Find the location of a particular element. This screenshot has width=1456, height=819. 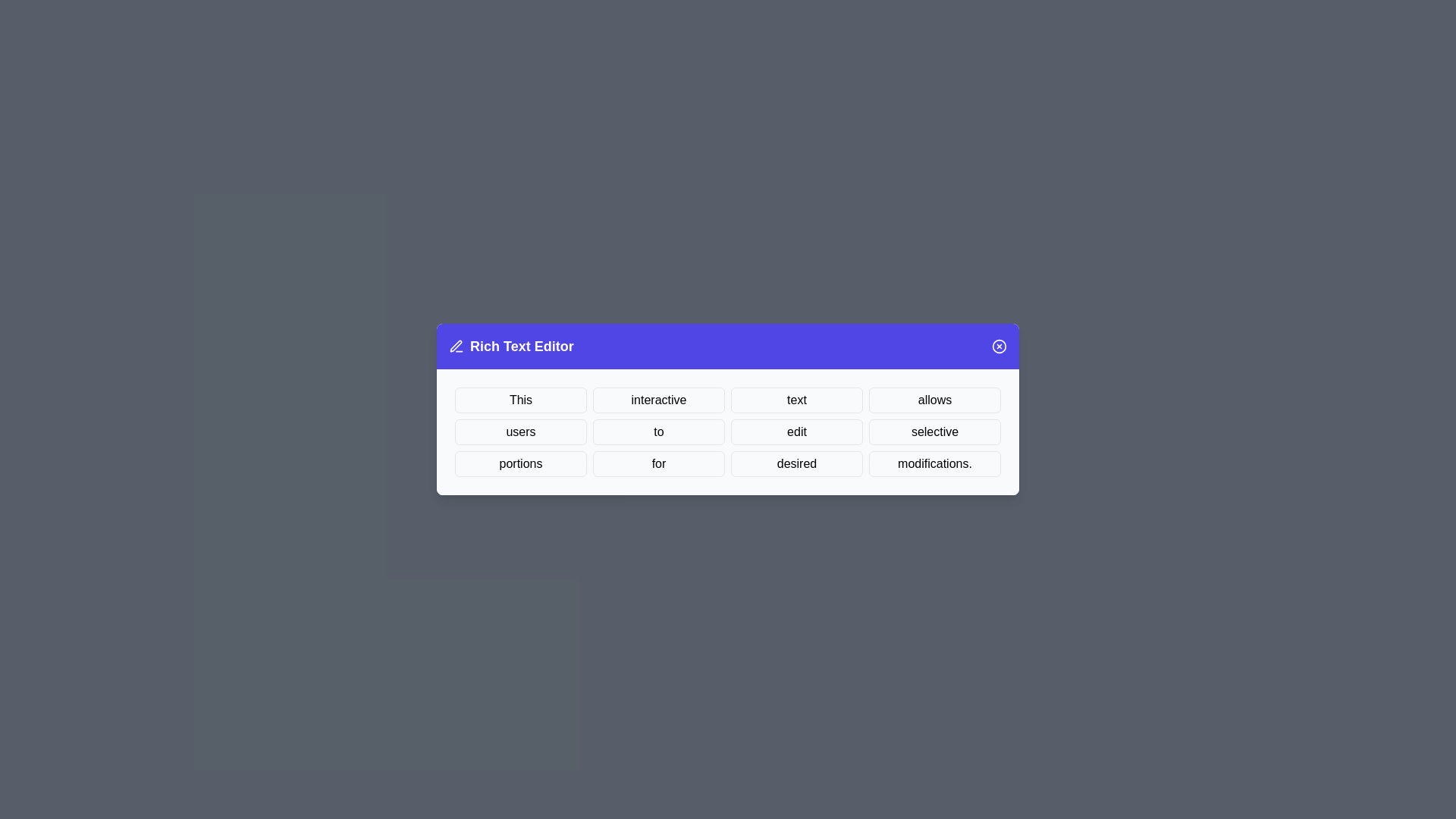

the word desired to select it is located at coordinates (796, 463).